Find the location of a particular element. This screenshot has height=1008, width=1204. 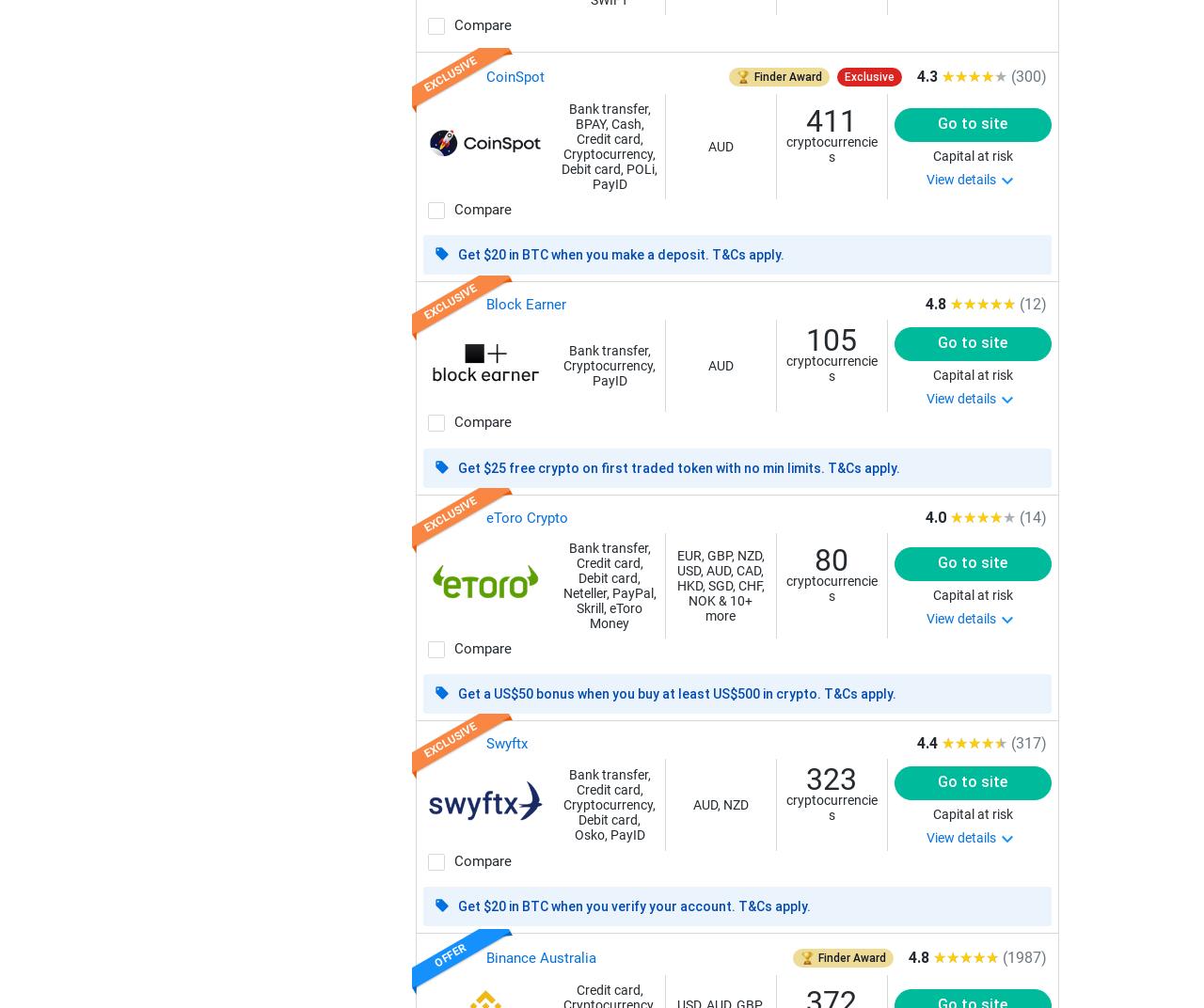

'Bank transfer,           BPAY,           Cash,           Credit card,           Cryptocurrency,           Debit card,           POLi,          PayID' is located at coordinates (610, 145).